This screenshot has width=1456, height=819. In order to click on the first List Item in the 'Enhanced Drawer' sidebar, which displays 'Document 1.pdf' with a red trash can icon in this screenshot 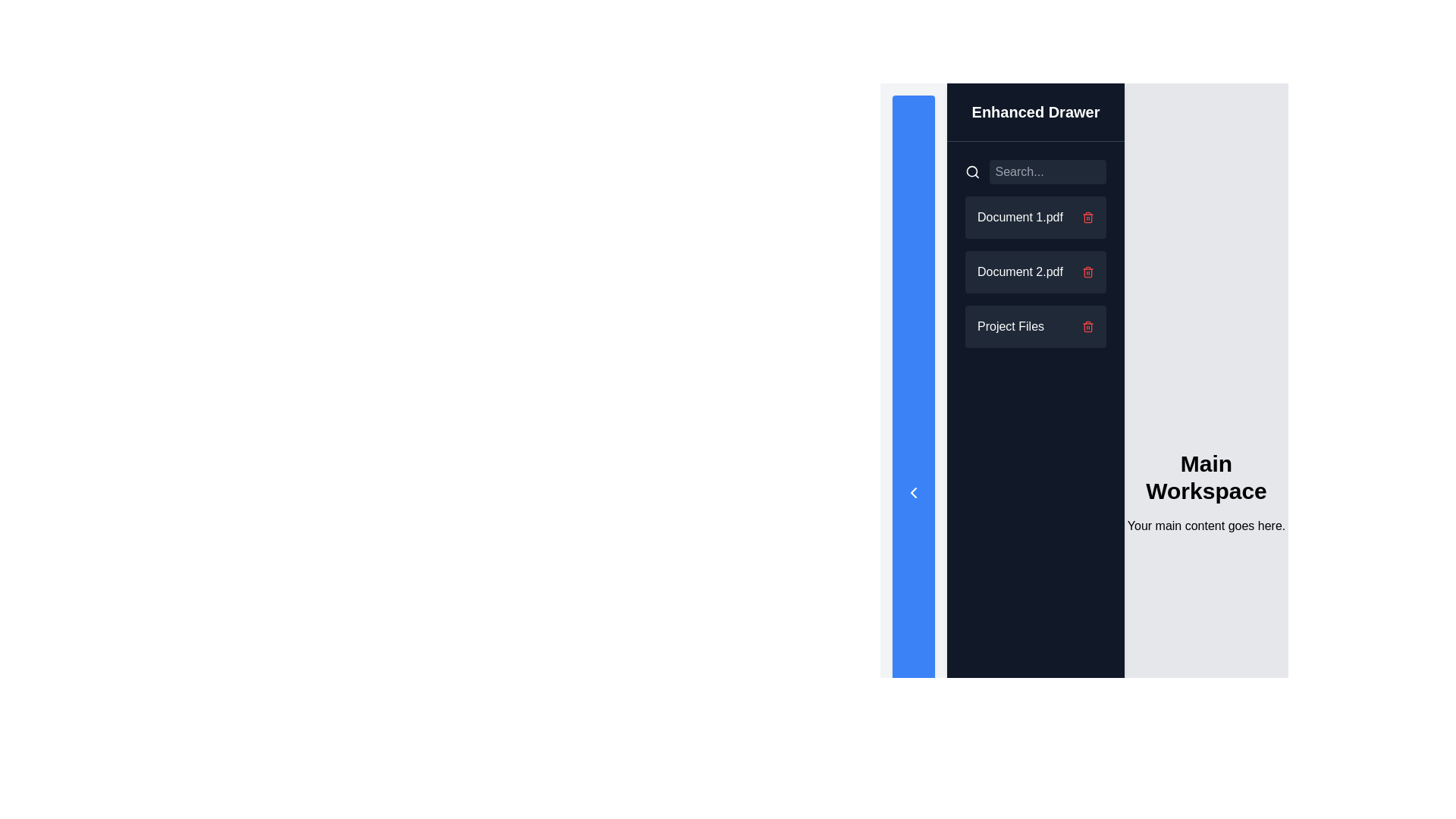, I will do `click(1035, 217)`.